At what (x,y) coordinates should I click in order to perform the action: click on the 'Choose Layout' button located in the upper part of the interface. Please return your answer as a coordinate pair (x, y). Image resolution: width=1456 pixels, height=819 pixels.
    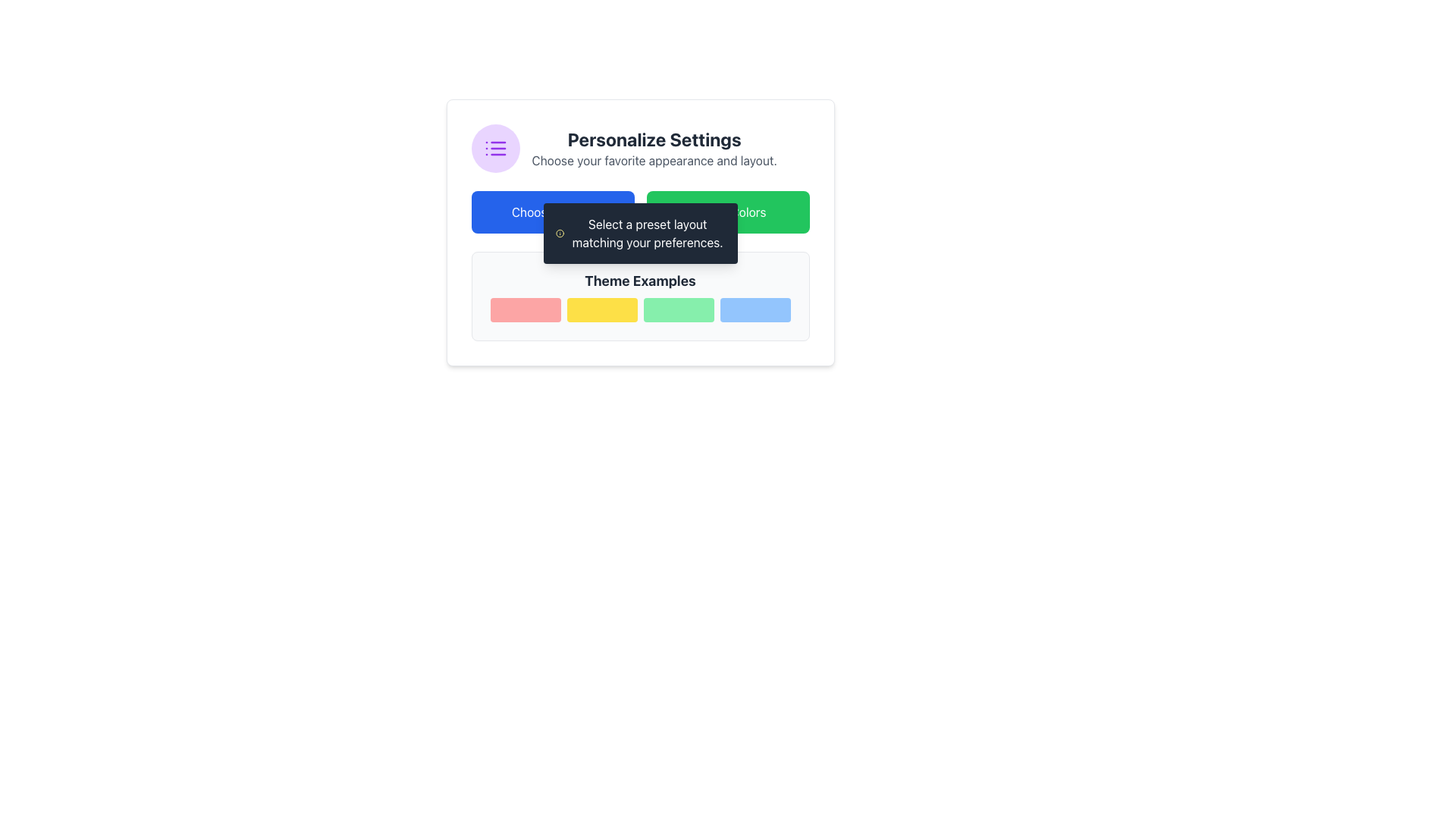
    Looking at the image, I should click on (552, 212).